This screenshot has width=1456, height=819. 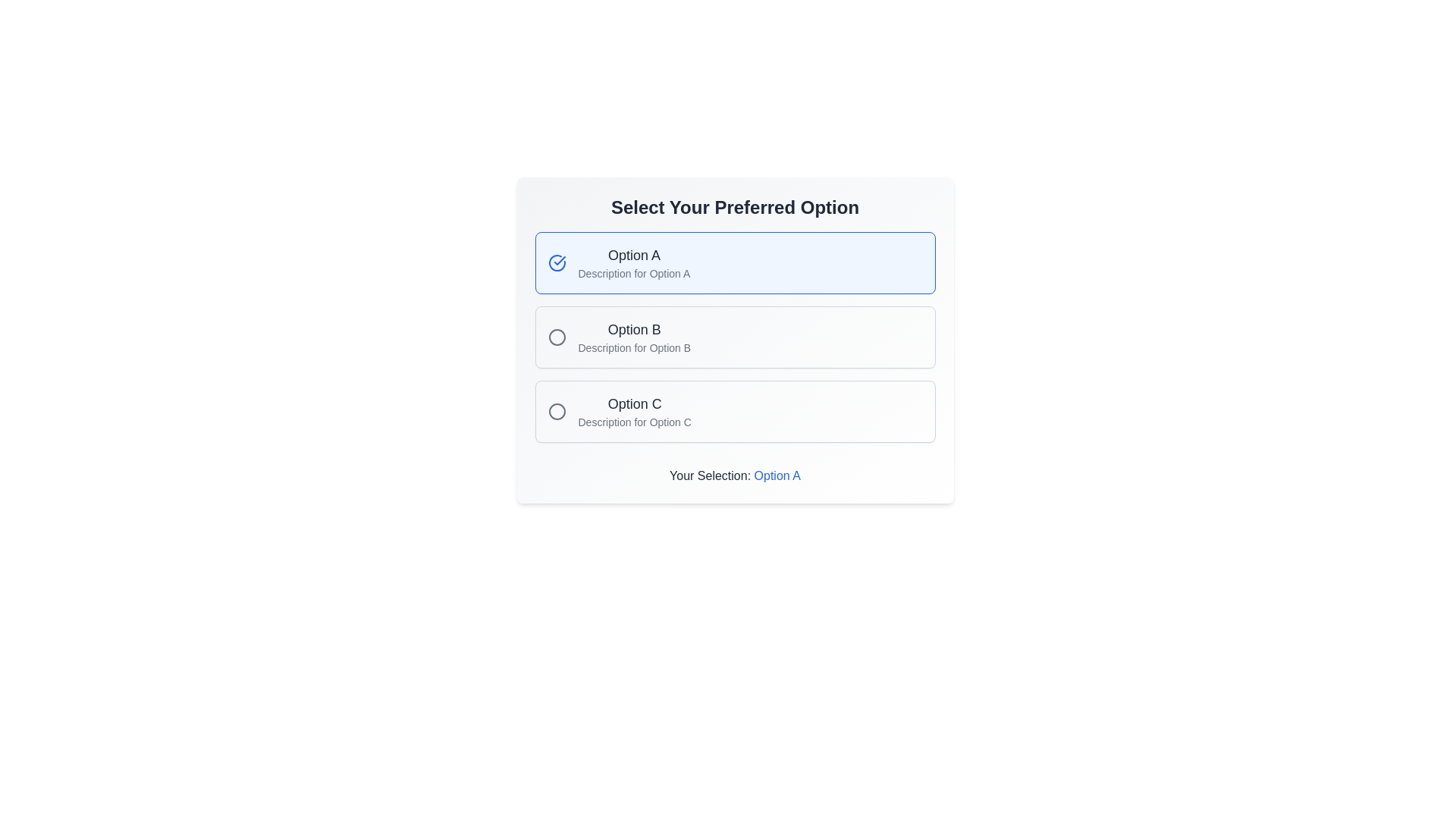 I want to click on text element displaying 'Option A', styled in blue, located near 'Your Selection:', so click(x=777, y=475).